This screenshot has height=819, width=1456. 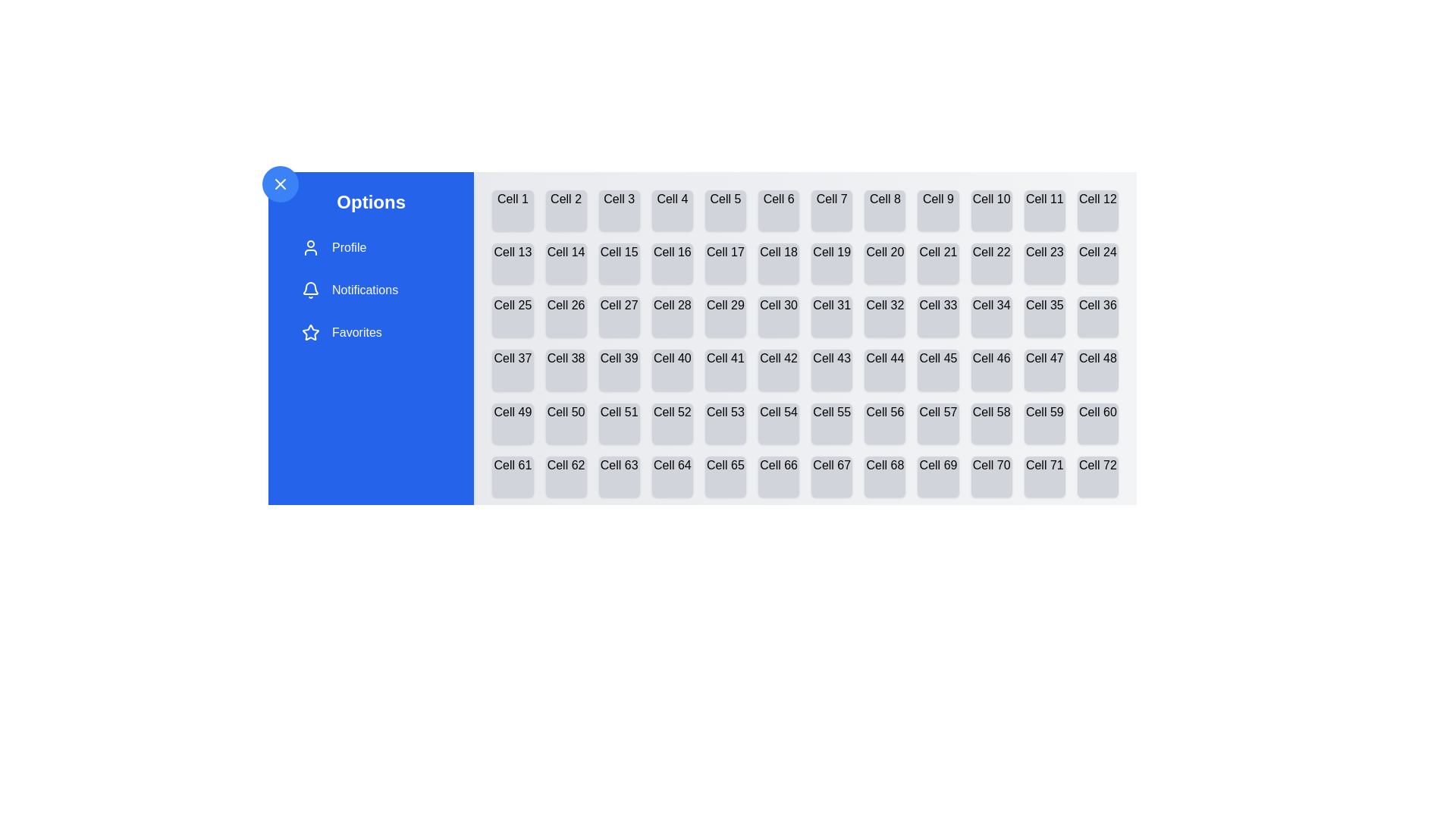 I want to click on the button in the top-left corner to toggle the drawer, so click(x=280, y=184).